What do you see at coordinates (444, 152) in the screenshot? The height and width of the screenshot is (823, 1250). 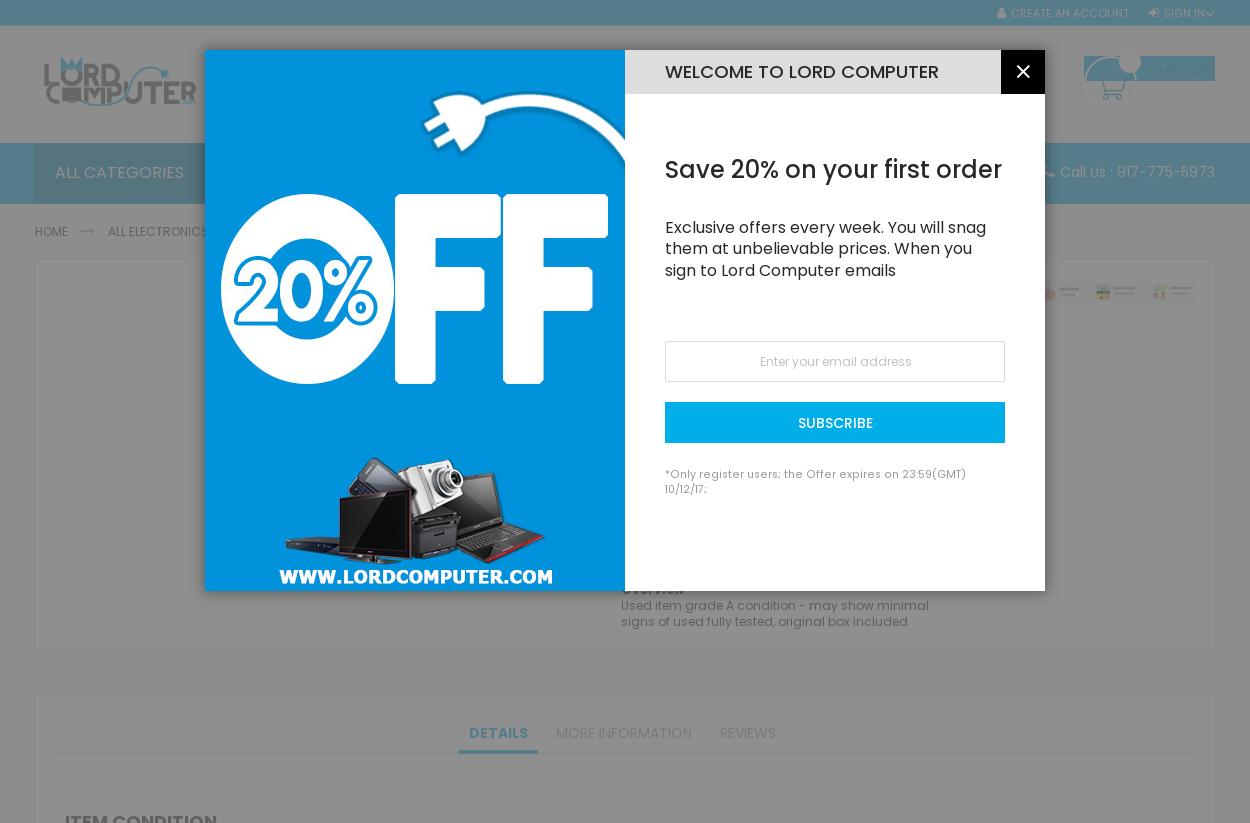 I see `'All Computers'` at bounding box center [444, 152].